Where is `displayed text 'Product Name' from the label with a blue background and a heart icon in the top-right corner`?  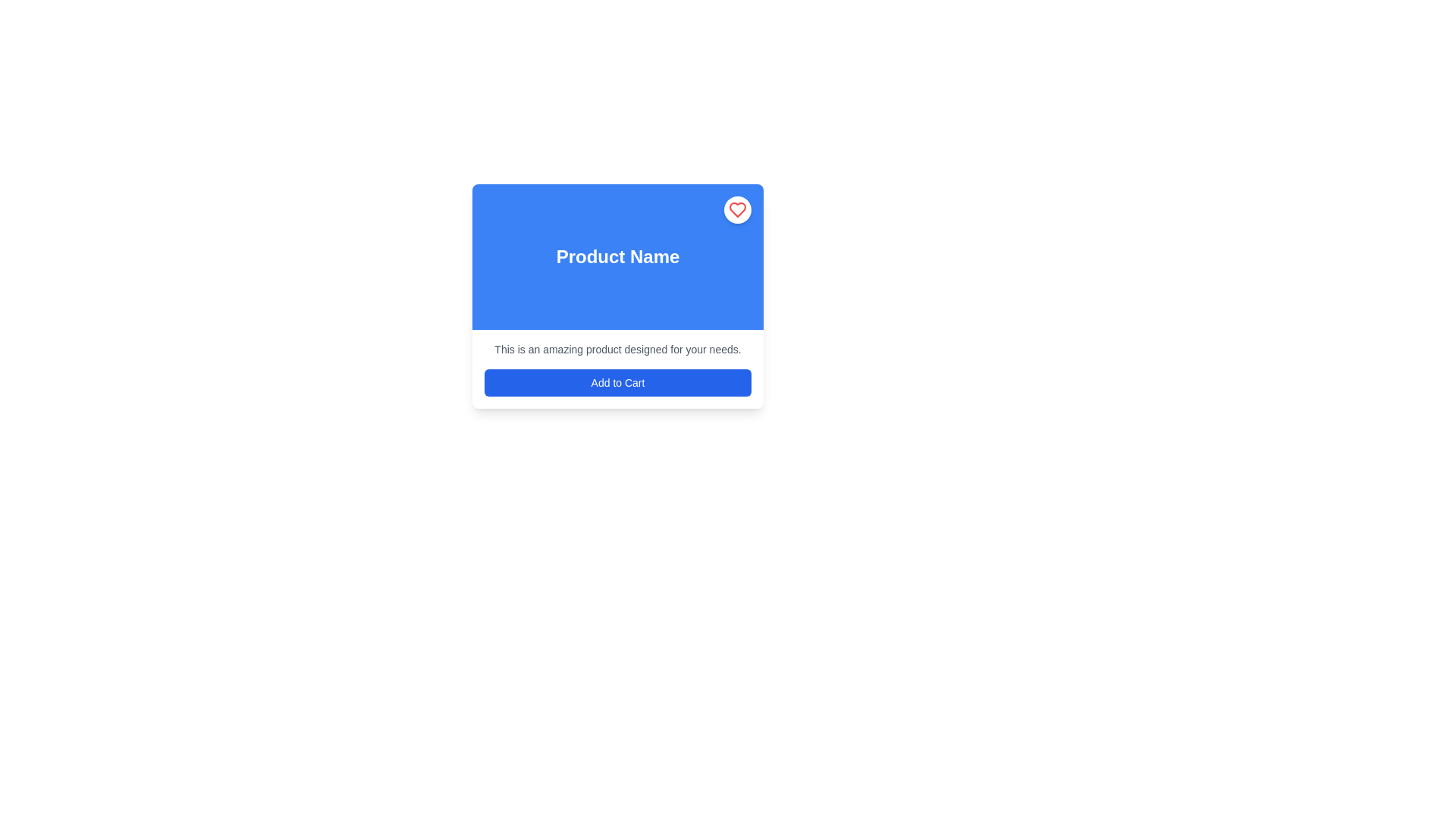 displayed text 'Product Name' from the label with a blue background and a heart icon in the top-right corner is located at coordinates (618, 256).